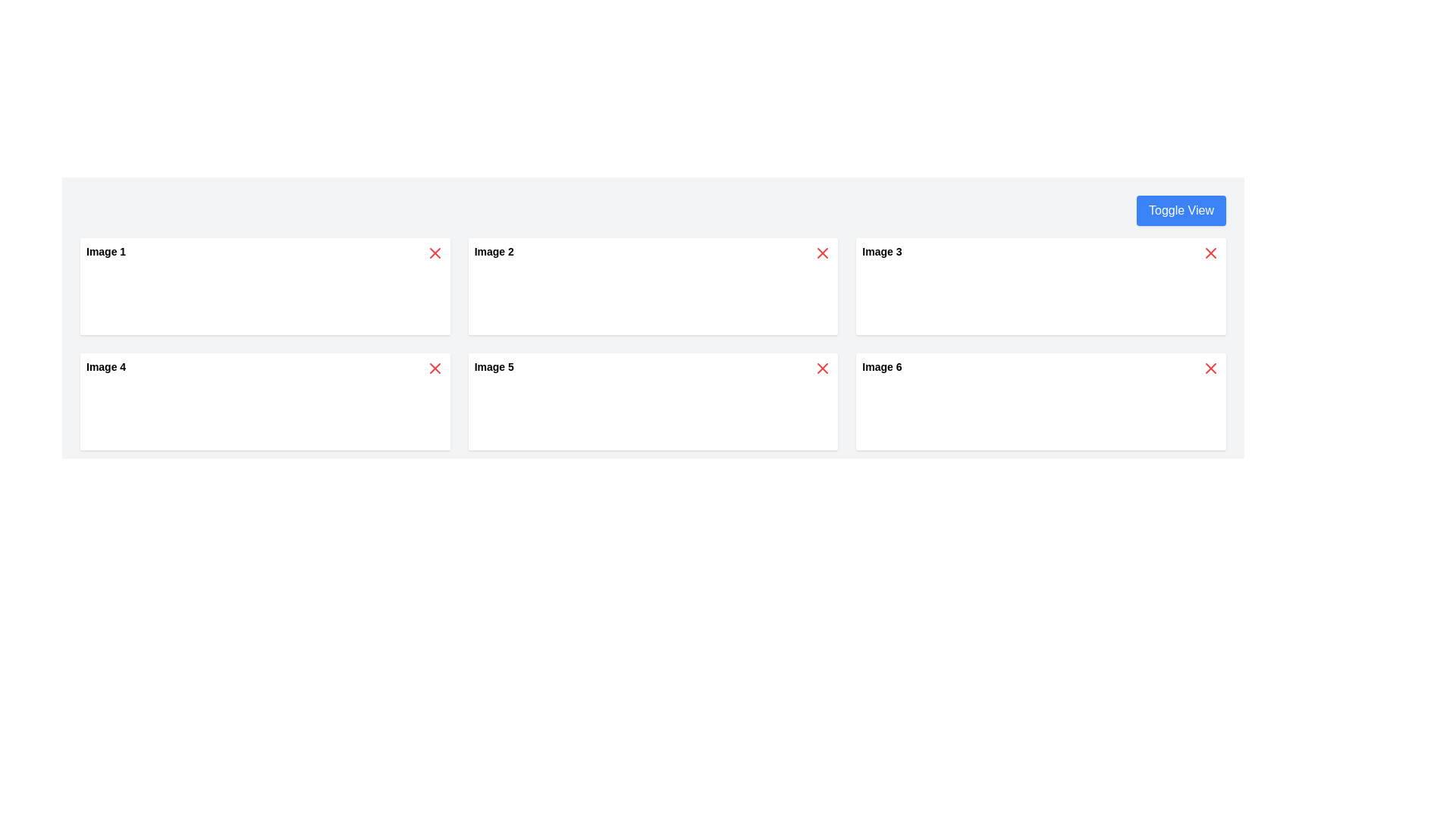 The width and height of the screenshot is (1456, 819). Describe the element at coordinates (434, 253) in the screenshot. I see `the close or cancel button icon located in the top-right corner of 'Image 1' to trigger a tooltip or visual highlight` at that location.